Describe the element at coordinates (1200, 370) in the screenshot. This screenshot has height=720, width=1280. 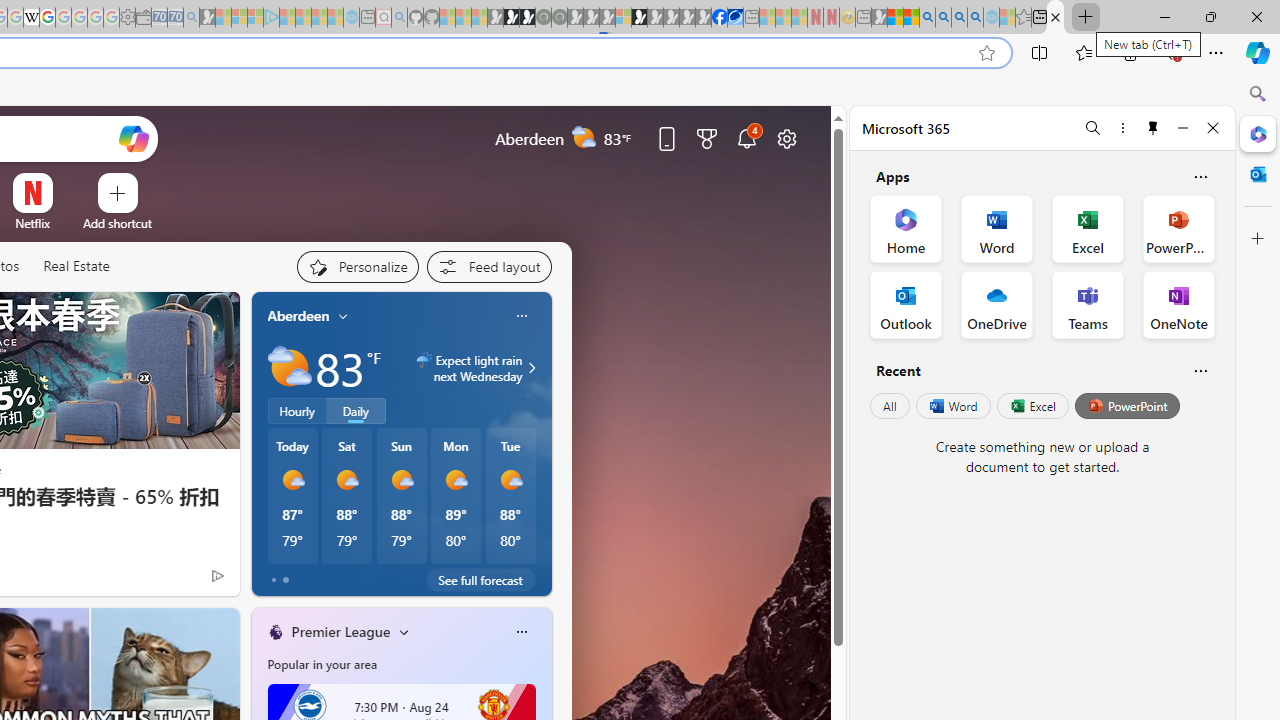
I see `'Is this helpful?'` at that location.